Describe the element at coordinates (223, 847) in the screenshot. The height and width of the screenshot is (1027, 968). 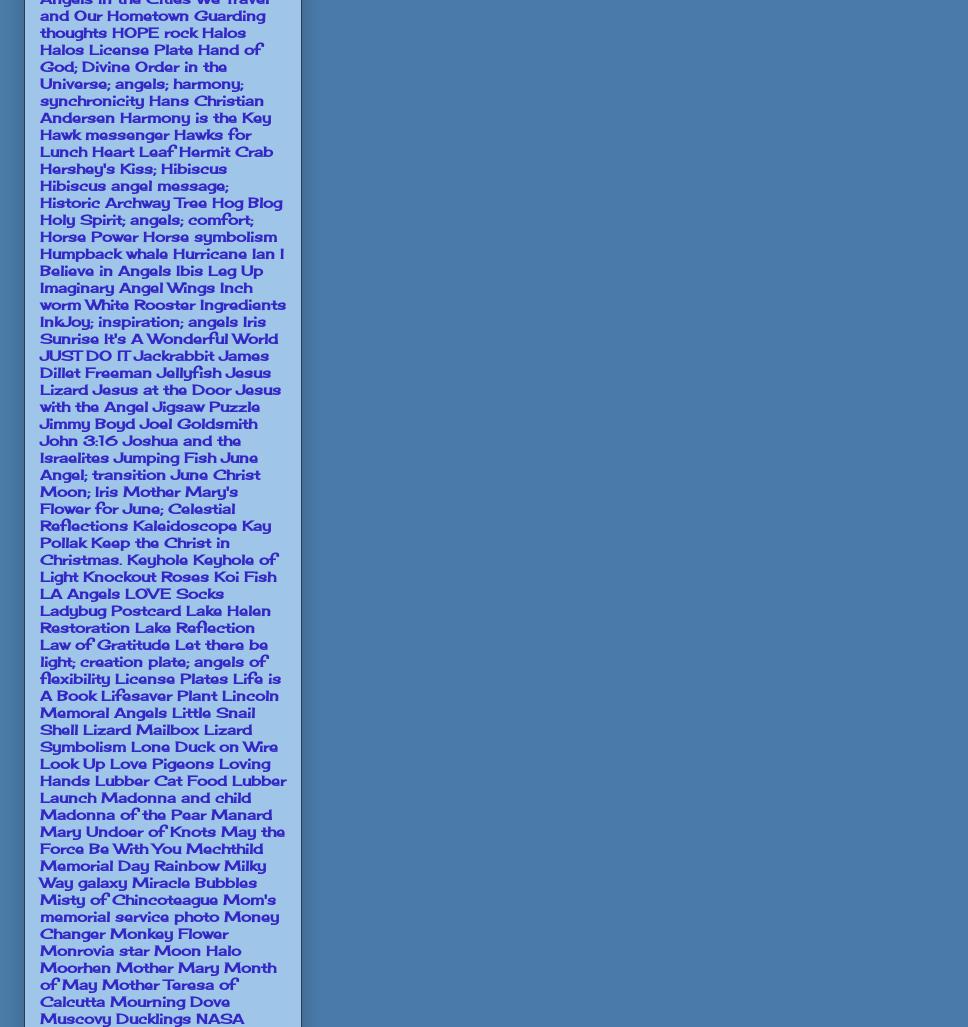
I see `'Mechthild'` at that location.